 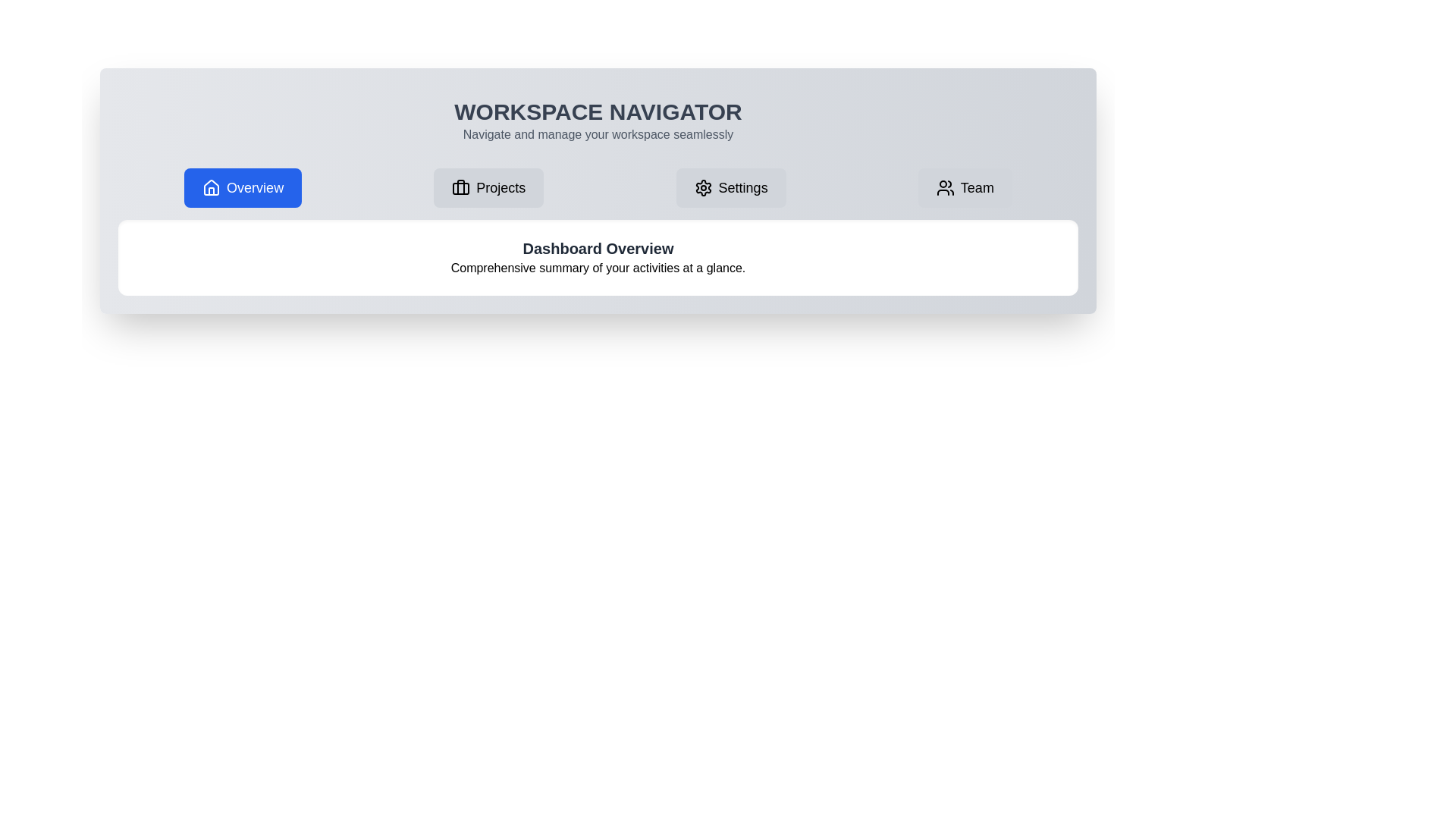 I want to click on the title and descriptive text element that provides an overview for the dashboard interface, located below the 'WORKSPACE NAVIGATOR' header and navigation buttons, so click(x=597, y=256).